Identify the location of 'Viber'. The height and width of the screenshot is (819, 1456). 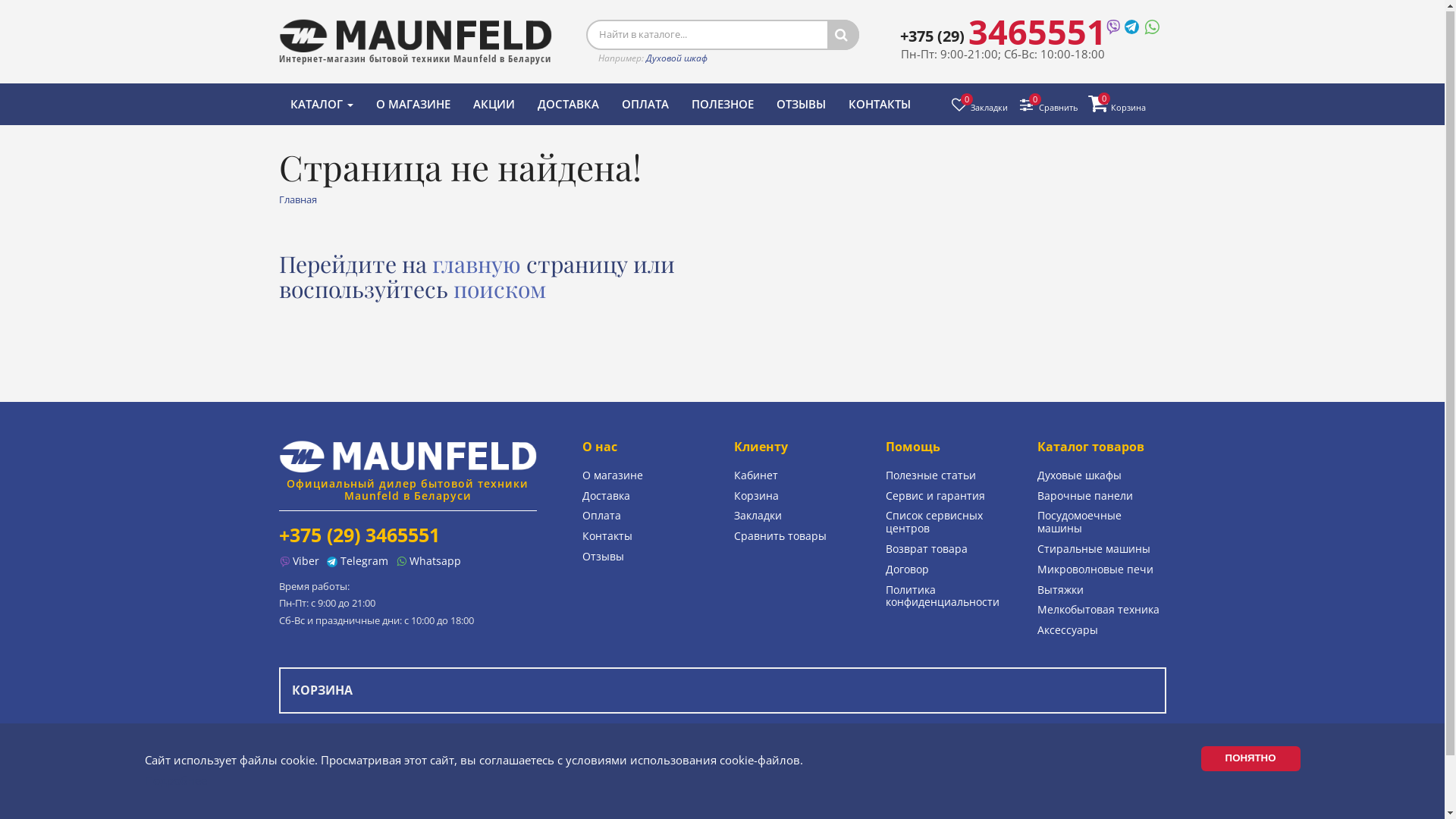
(299, 561).